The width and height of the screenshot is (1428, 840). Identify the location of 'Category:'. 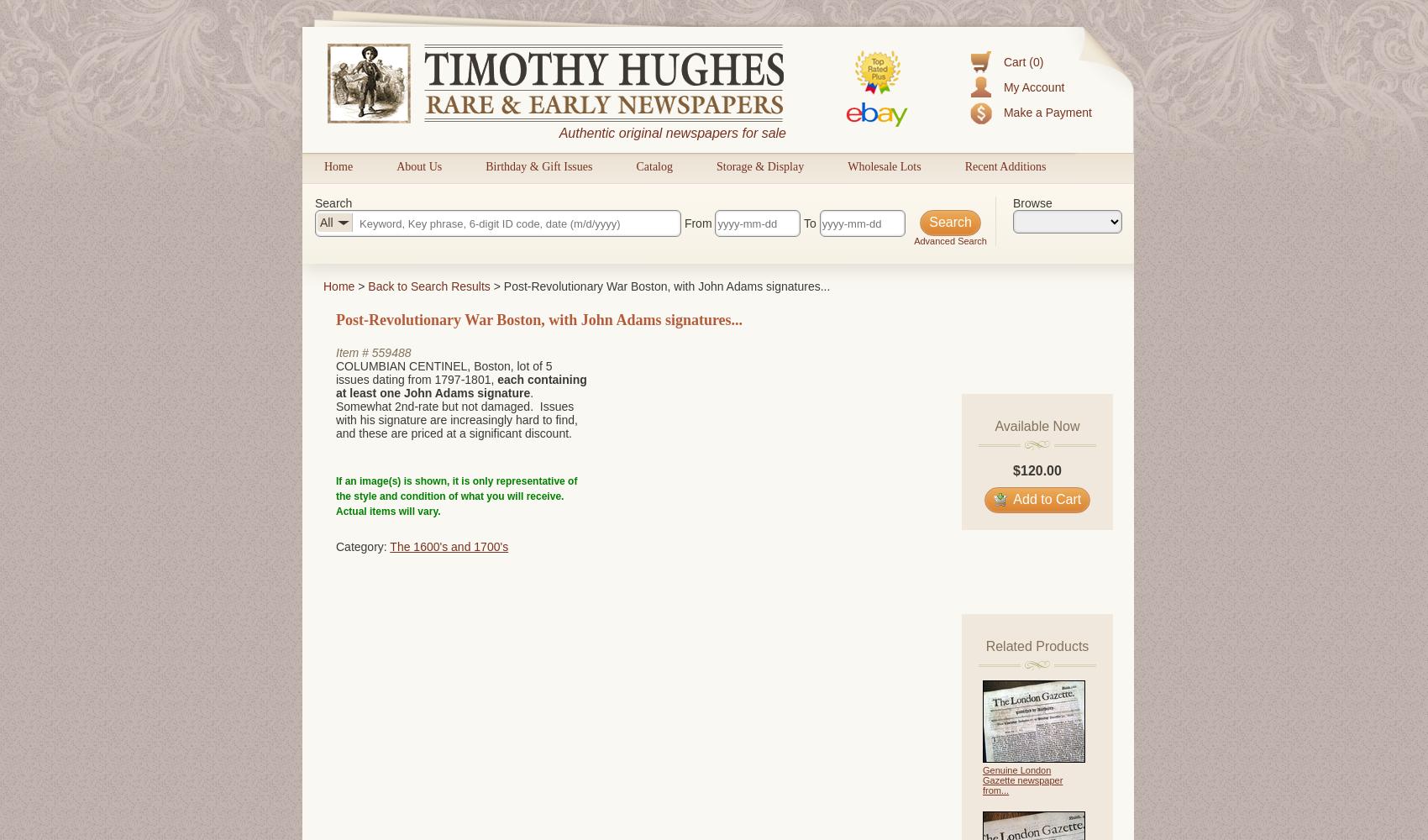
(362, 546).